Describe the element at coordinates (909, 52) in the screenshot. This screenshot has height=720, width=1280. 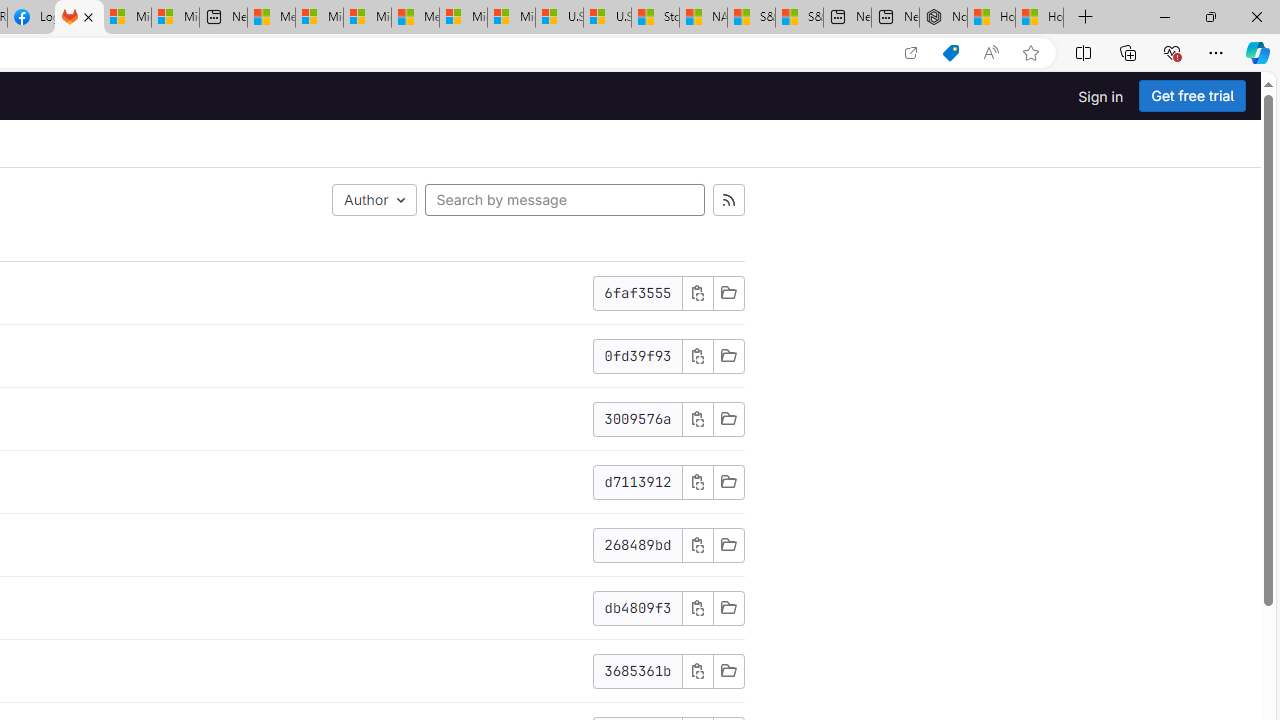
I see `'Open in app'` at that location.